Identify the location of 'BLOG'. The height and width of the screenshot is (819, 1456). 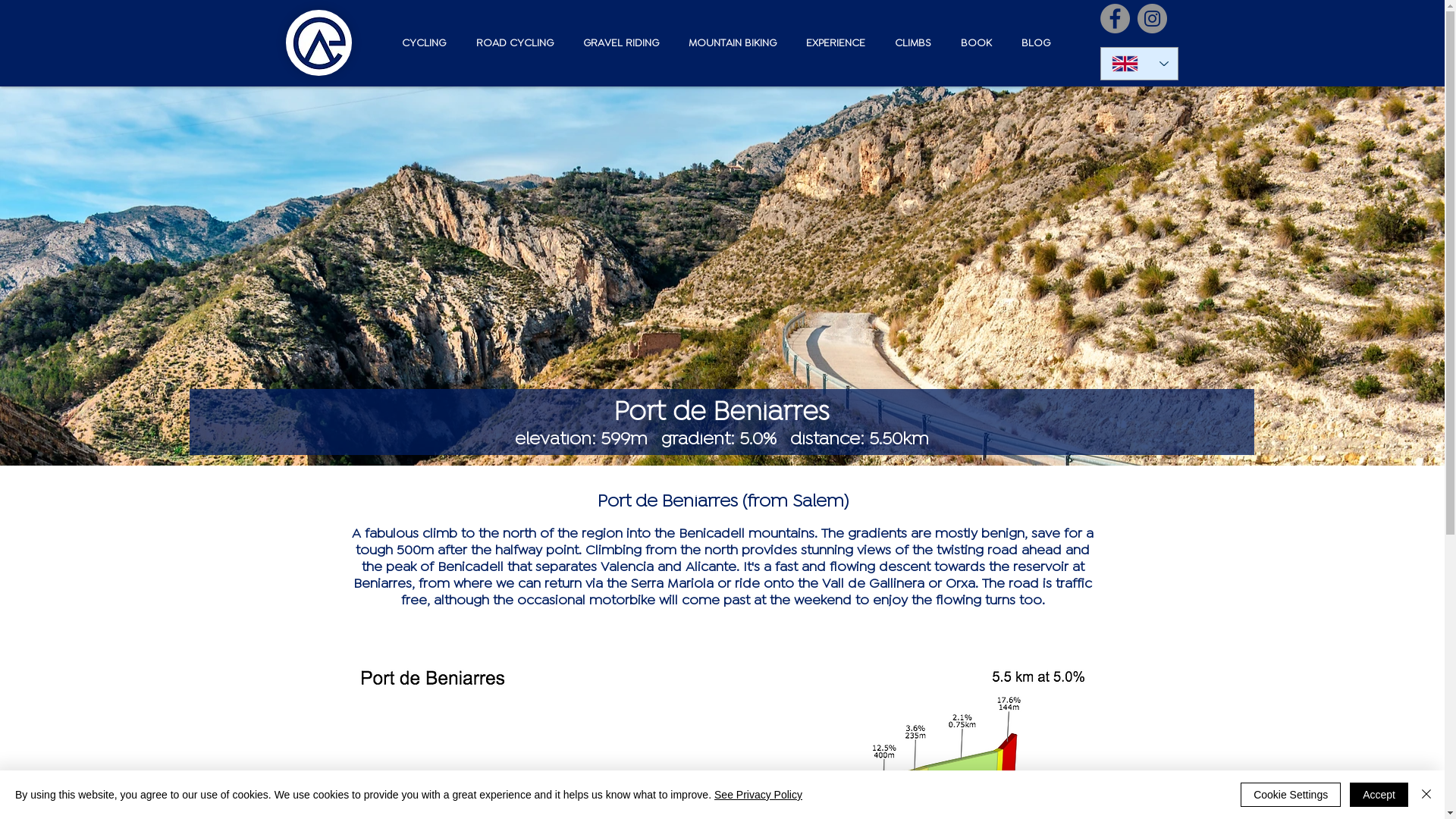
(1002, 42).